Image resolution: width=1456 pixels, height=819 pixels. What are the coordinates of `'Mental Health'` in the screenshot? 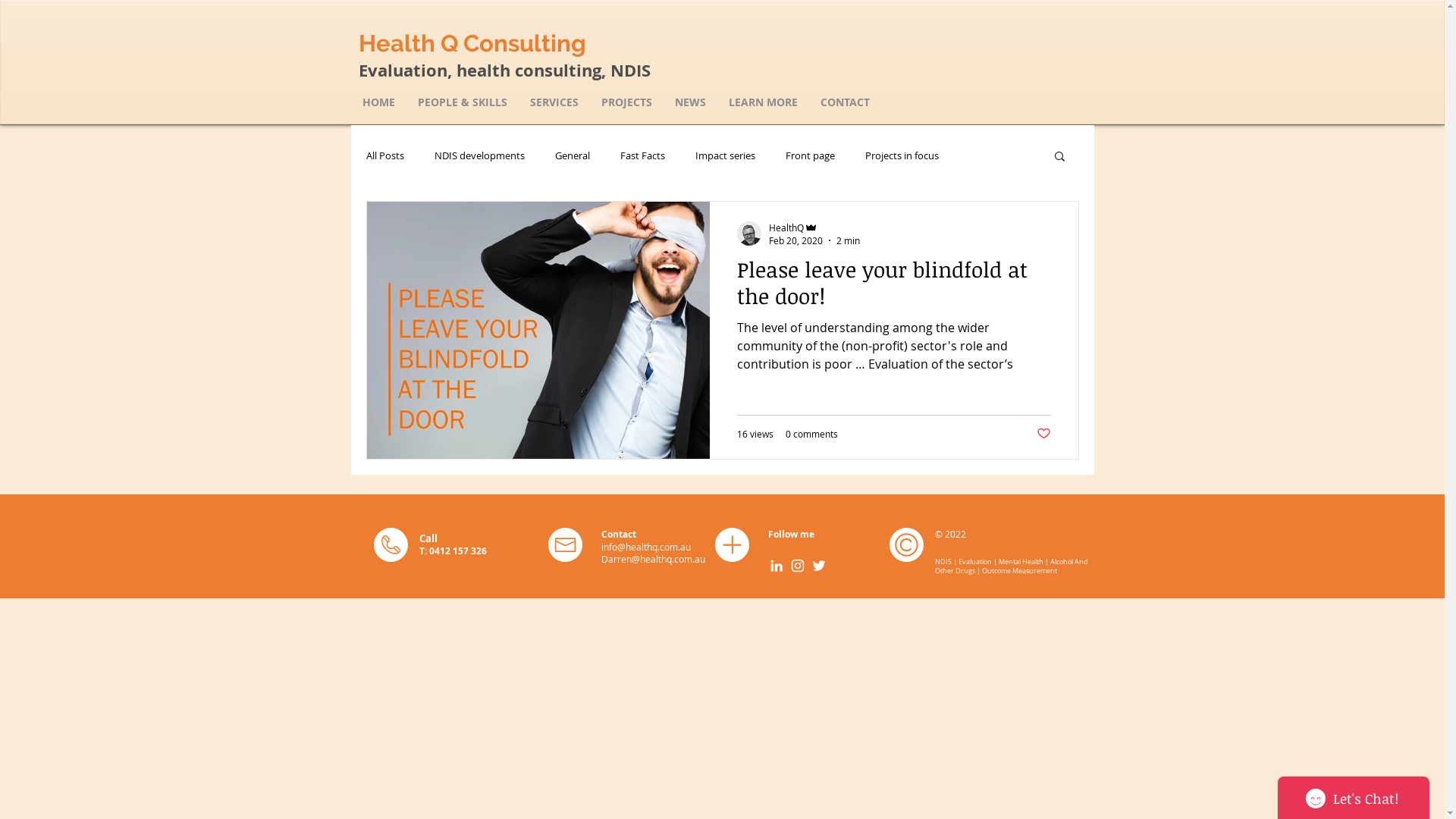 It's located at (1020, 561).